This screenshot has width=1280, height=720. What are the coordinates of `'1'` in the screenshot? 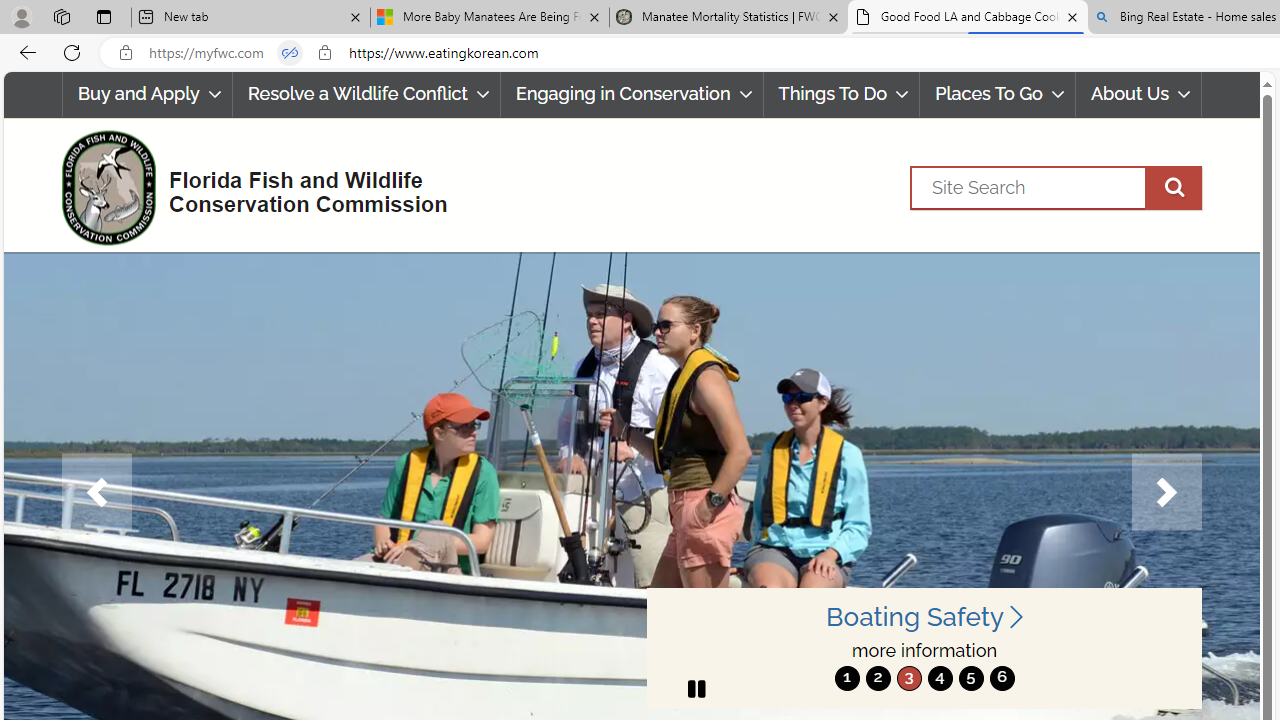 It's located at (847, 677).